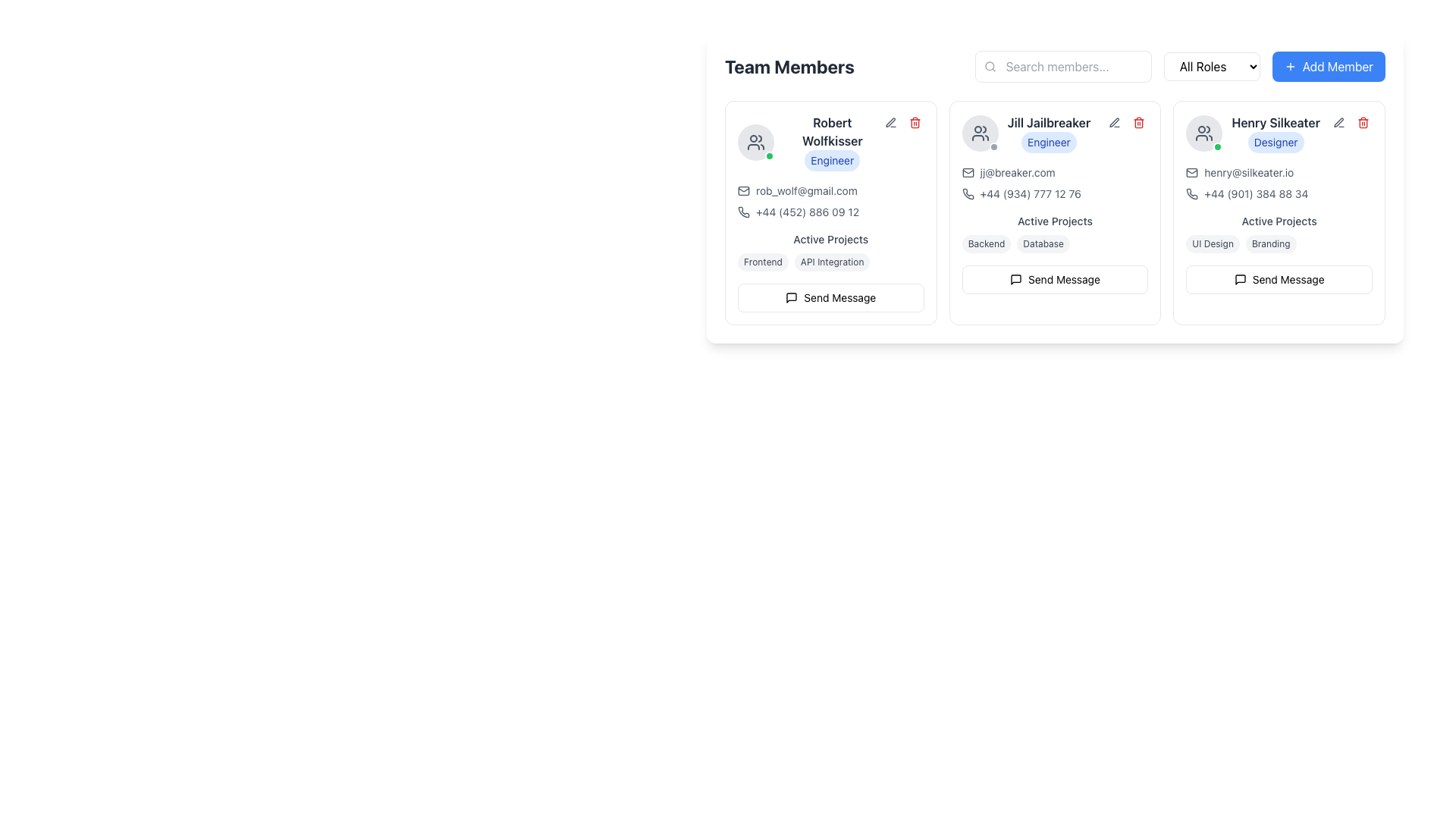 The height and width of the screenshot is (819, 1456). What do you see at coordinates (1054, 183) in the screenshot?
I see `the Text Display with Embedded Icons containing an email address and phone number, located centrally in the 'Jill Jailbreaker' card, directly below the name and role section` at bounding box center [1054, 183].